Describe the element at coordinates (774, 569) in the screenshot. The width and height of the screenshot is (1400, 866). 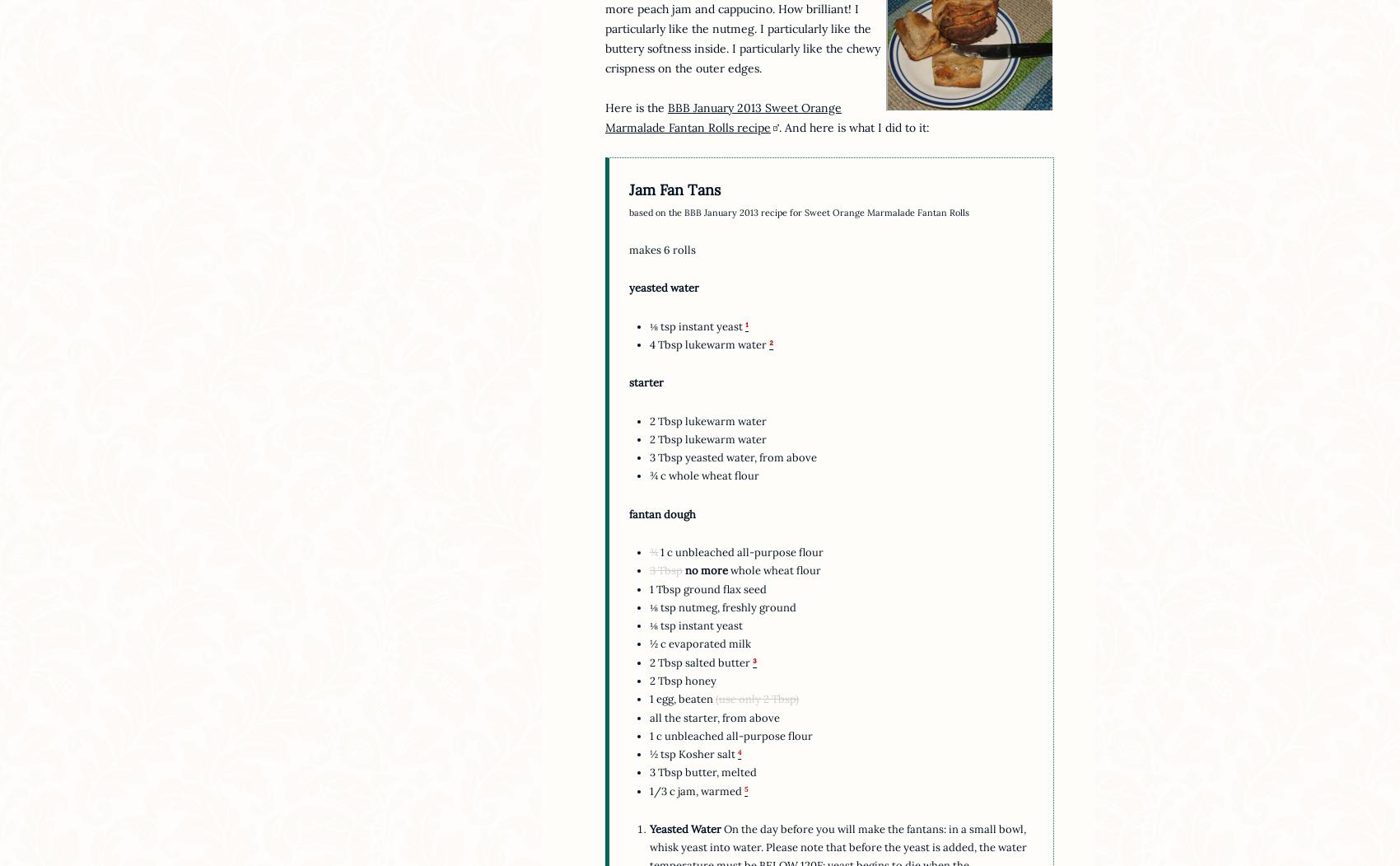
I see `'whole wheat flour'` at that location.